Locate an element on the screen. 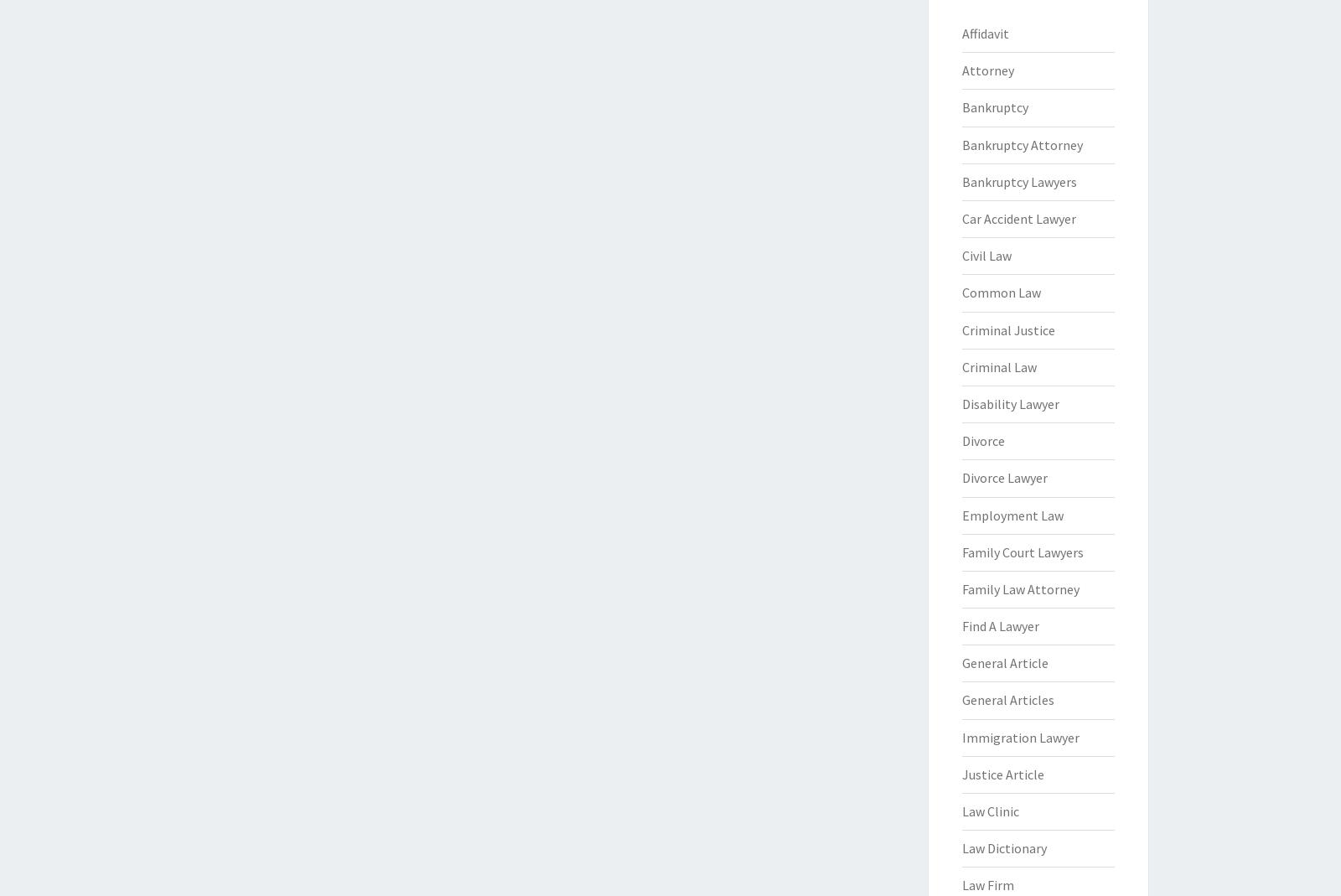  'Common Law' is located at coordinates (961, 293).